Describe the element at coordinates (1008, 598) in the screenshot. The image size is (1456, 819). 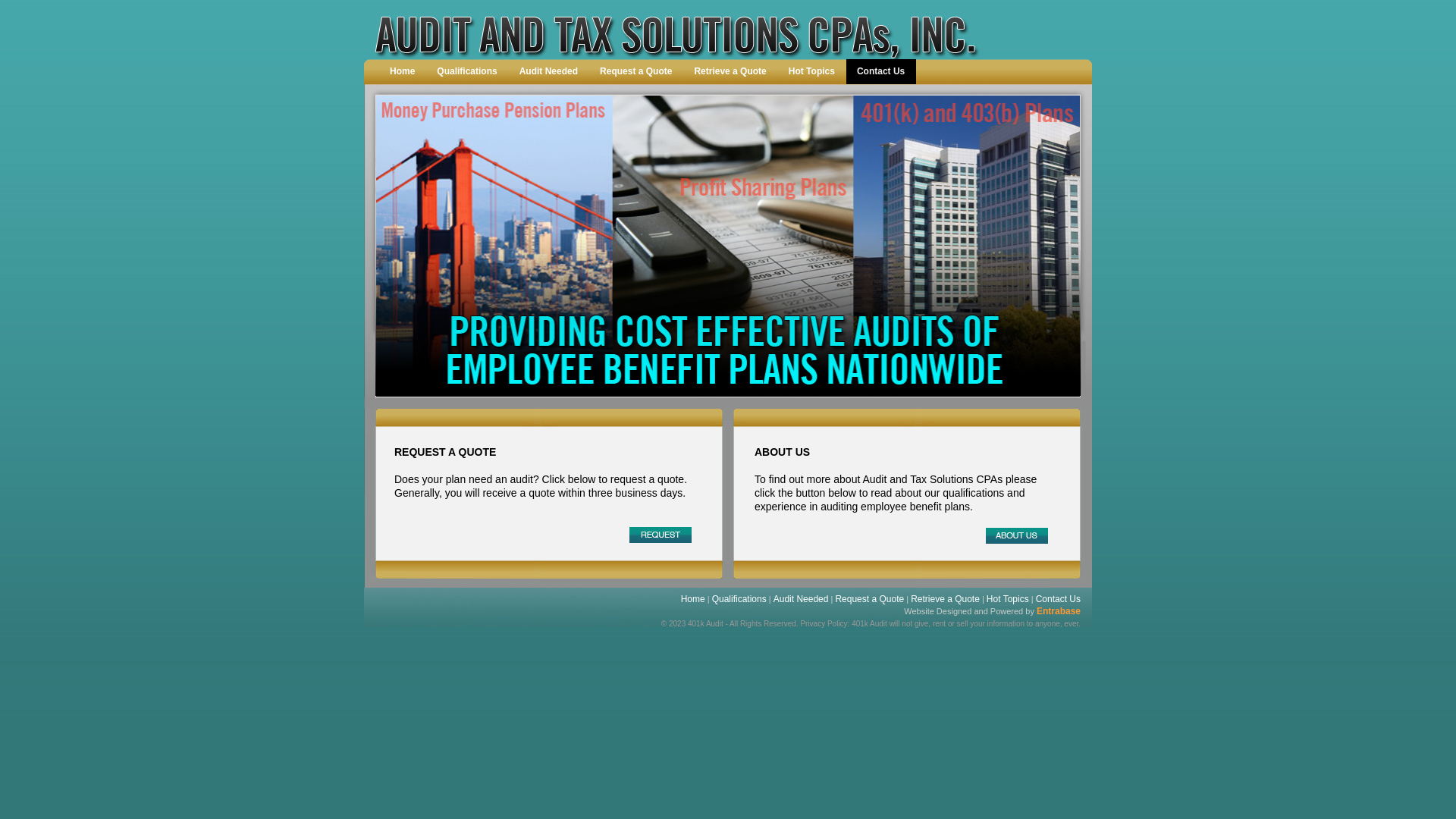
I see `'Hot Topics'` at that location.